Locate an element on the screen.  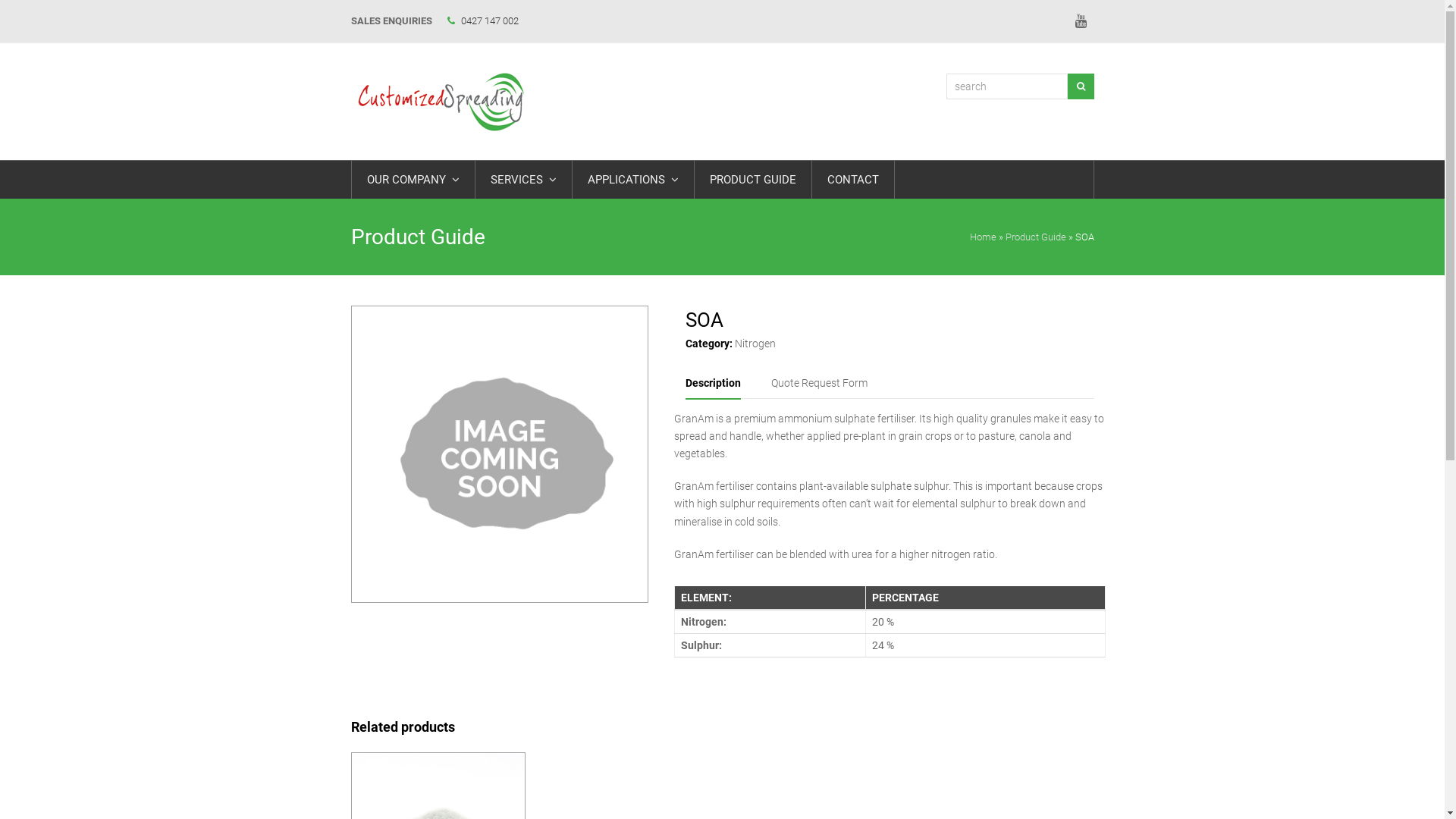
'Nitrogen' is located at coordinates (754, 343).